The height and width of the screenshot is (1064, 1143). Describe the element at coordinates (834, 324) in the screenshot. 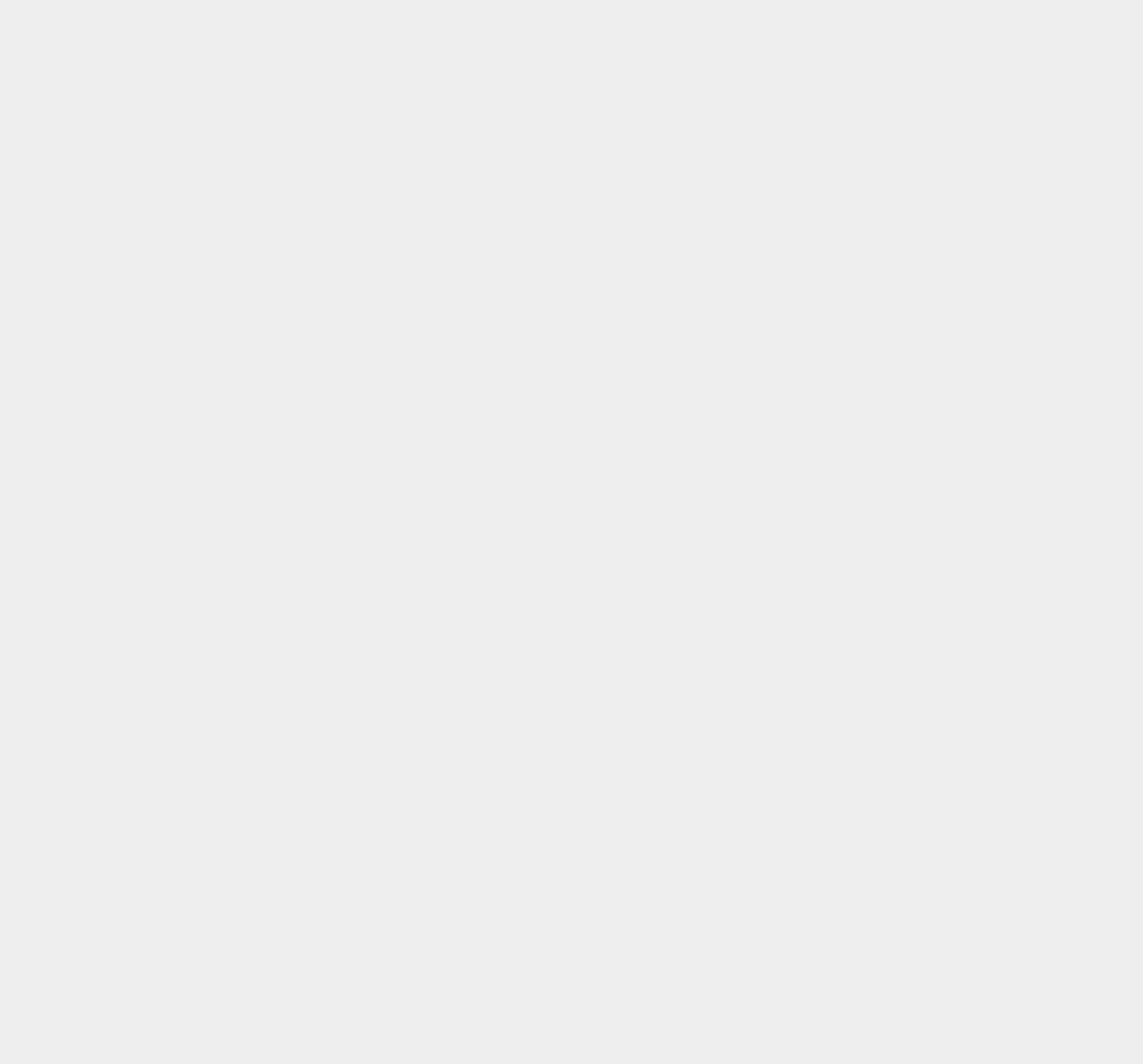

I see `'iOS 8.0.1'` at that location.